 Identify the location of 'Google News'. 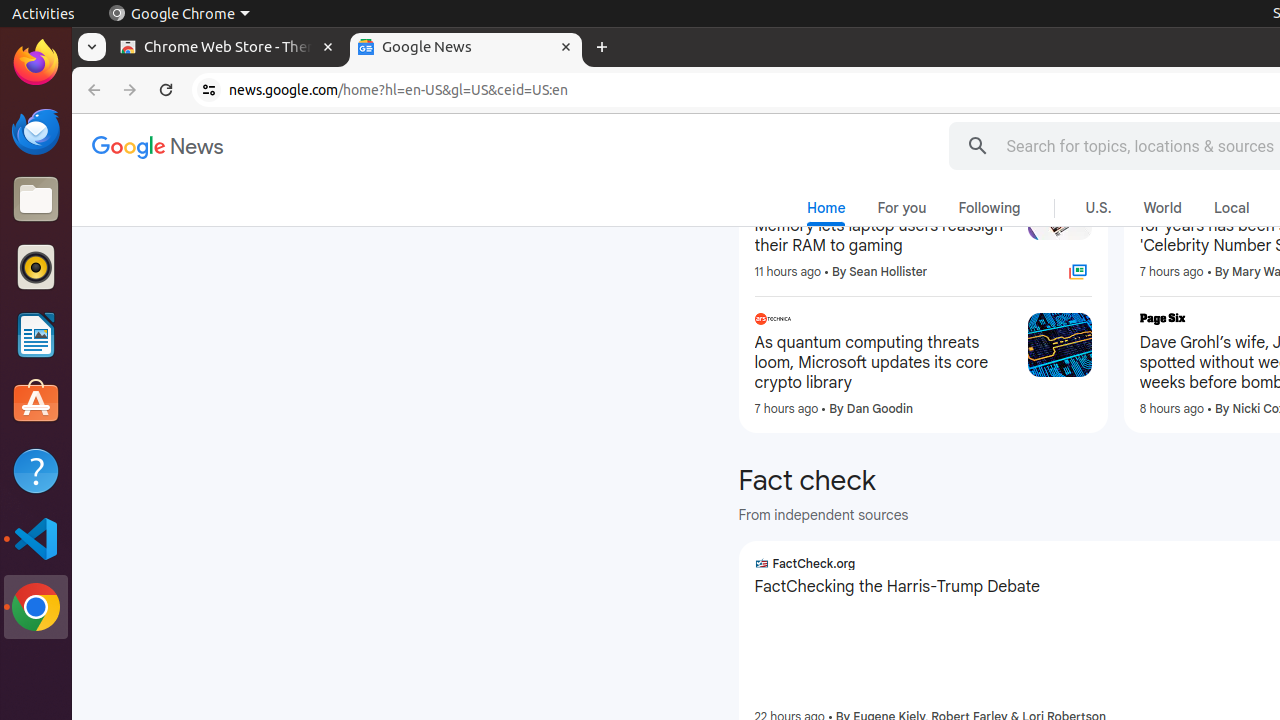
(156, 147).